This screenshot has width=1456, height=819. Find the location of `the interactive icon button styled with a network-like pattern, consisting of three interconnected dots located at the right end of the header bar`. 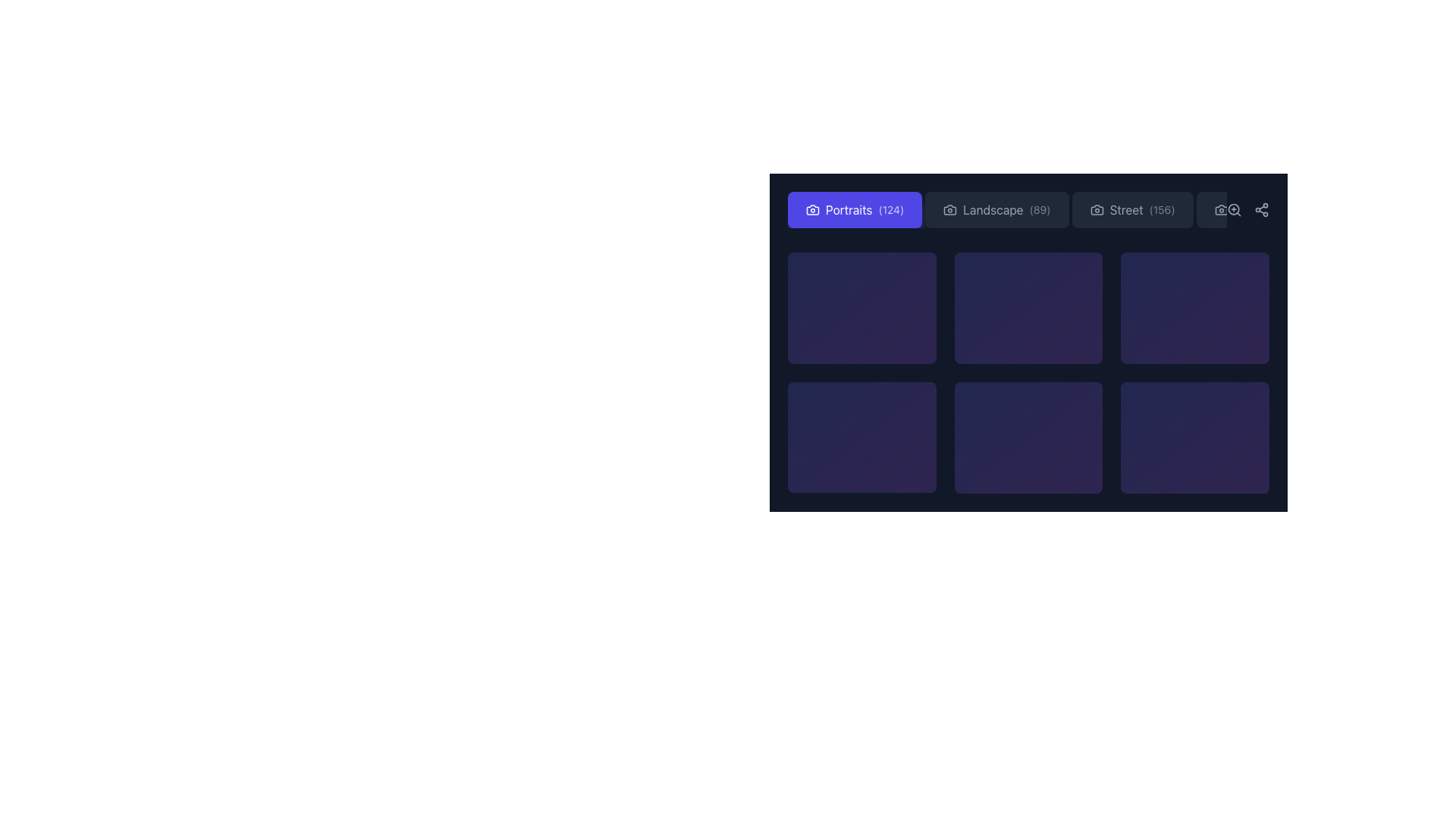

the interactive icon button styled with a network-like pattern, consisting of three interconnected dots located at the right end of the header bar is located at coordinates (1262, 210).